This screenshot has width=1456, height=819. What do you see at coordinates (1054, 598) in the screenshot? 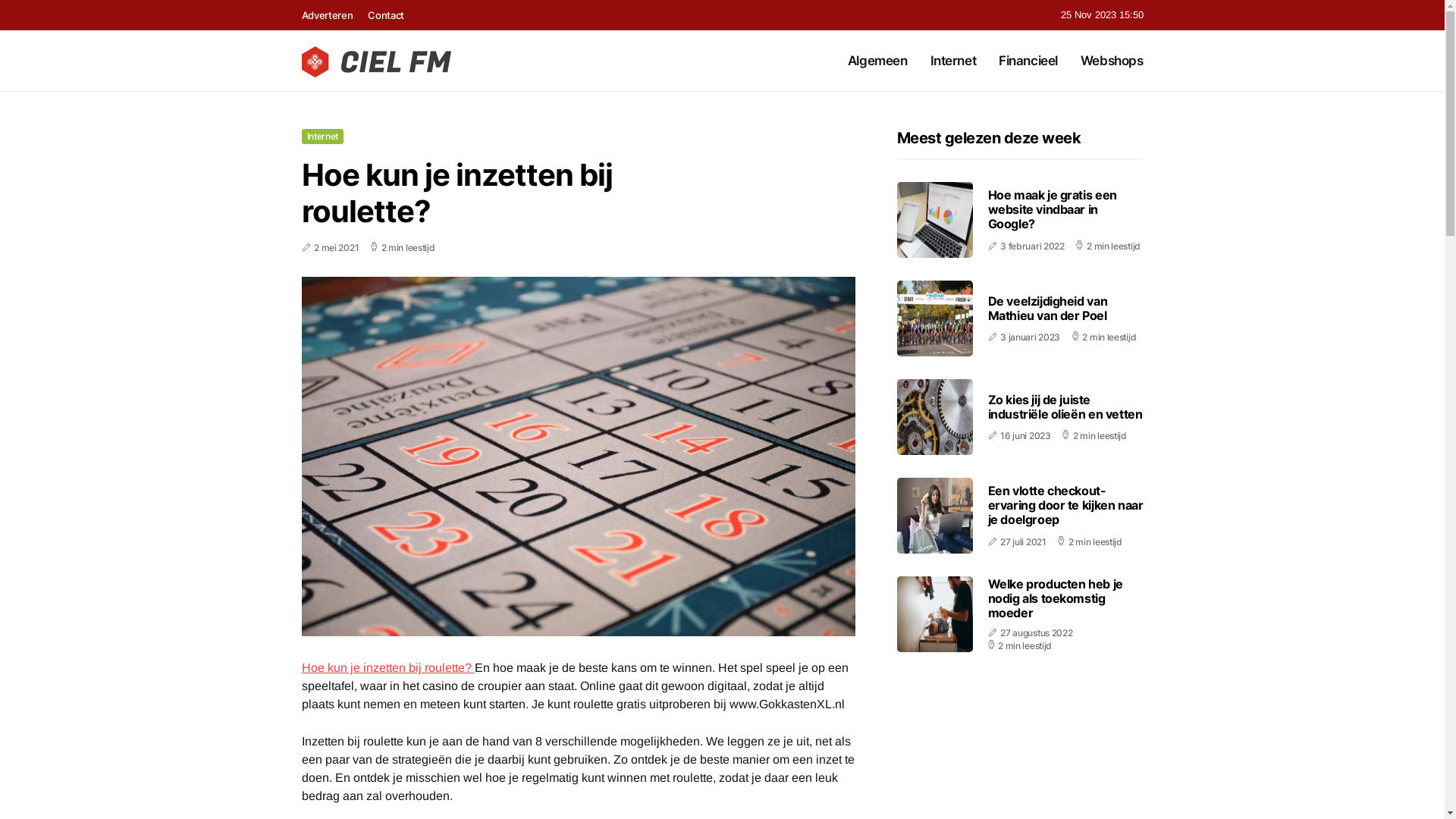
I see `'Welke producten heb je nodig als toekomstig moeder'` at bounding box center [1054, 598].